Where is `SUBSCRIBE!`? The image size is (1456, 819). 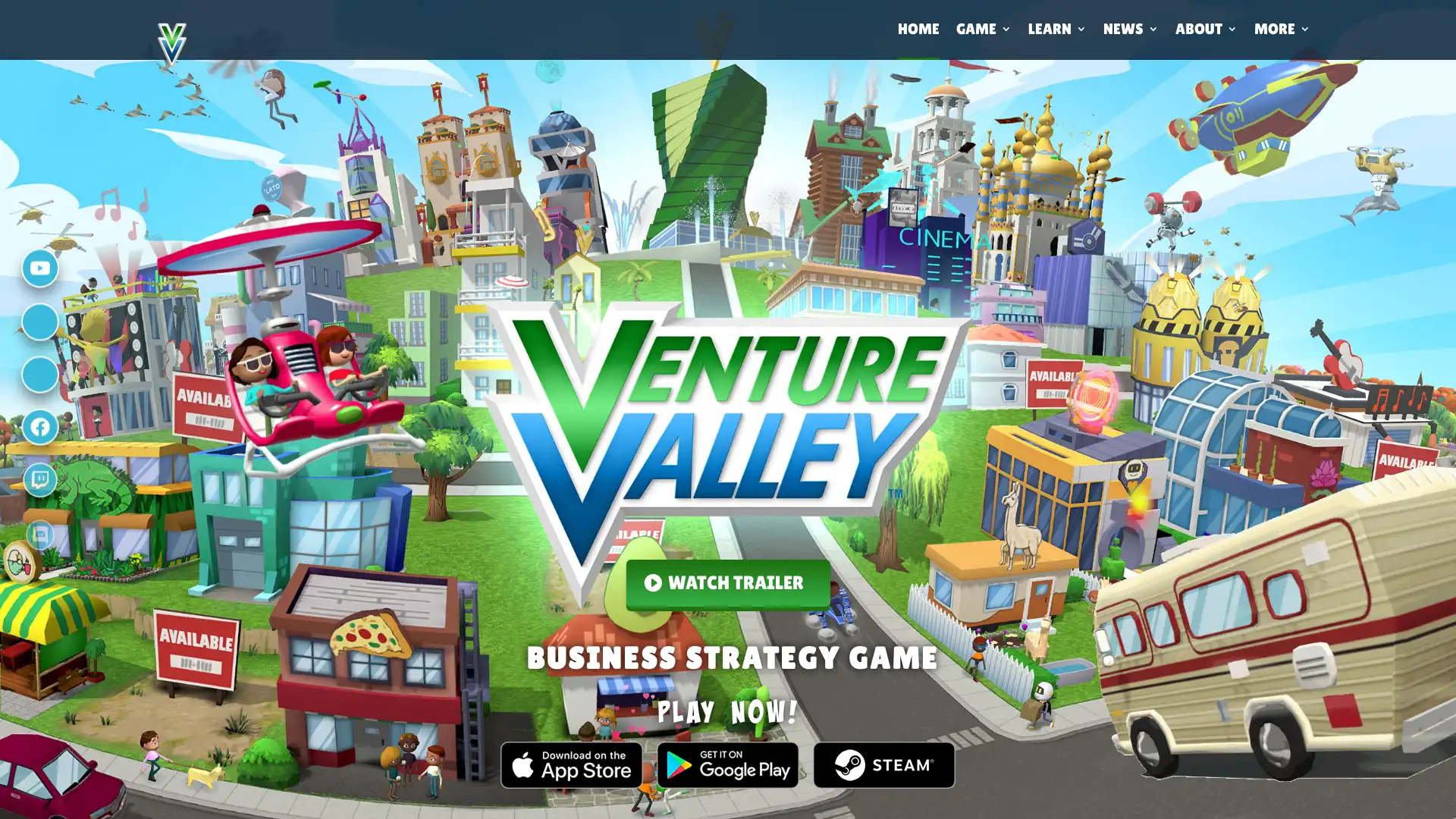 SUBSCRIBE! is located at coordinates (877, 590).